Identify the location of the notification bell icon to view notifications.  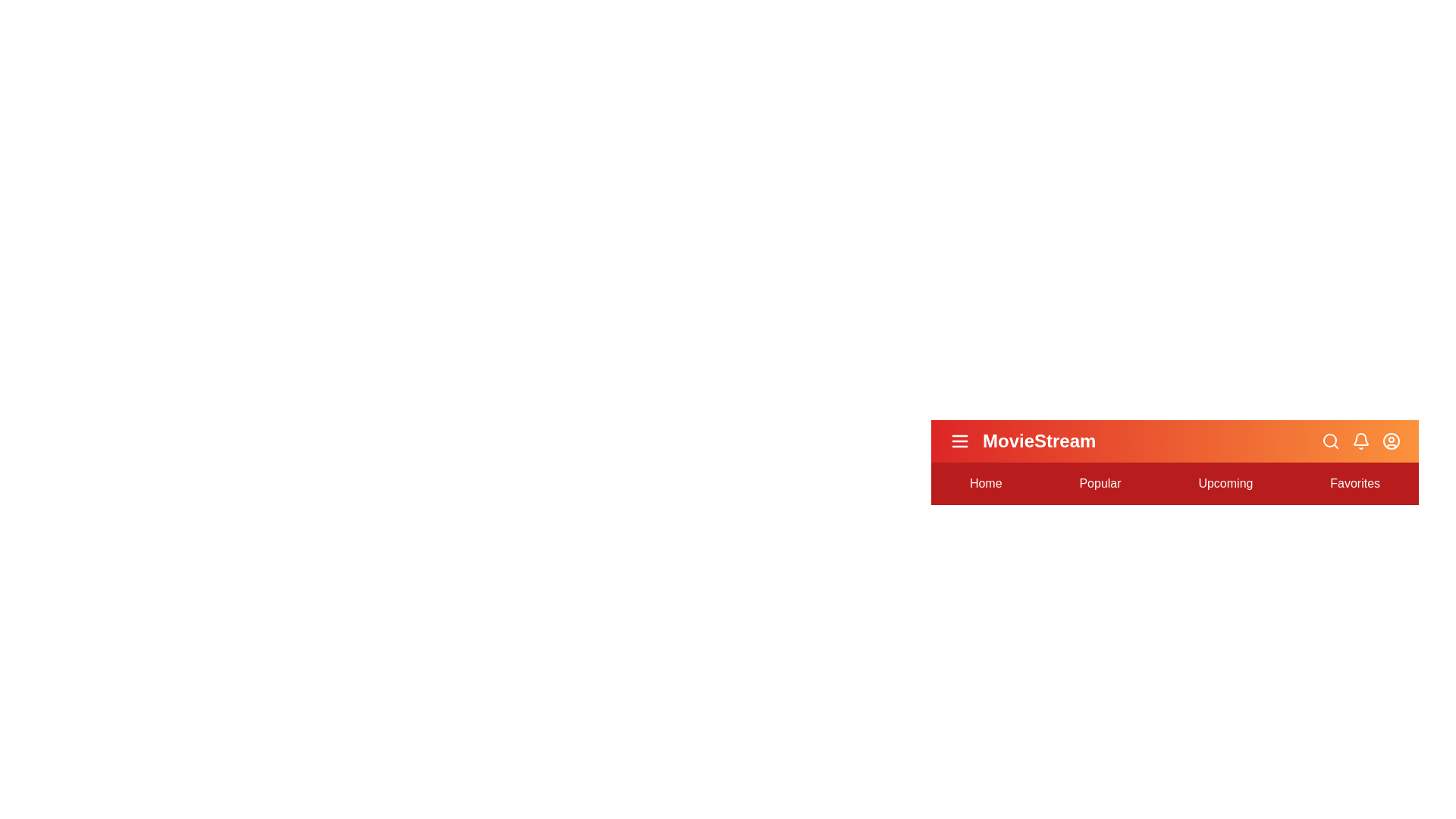
(1361, 441).